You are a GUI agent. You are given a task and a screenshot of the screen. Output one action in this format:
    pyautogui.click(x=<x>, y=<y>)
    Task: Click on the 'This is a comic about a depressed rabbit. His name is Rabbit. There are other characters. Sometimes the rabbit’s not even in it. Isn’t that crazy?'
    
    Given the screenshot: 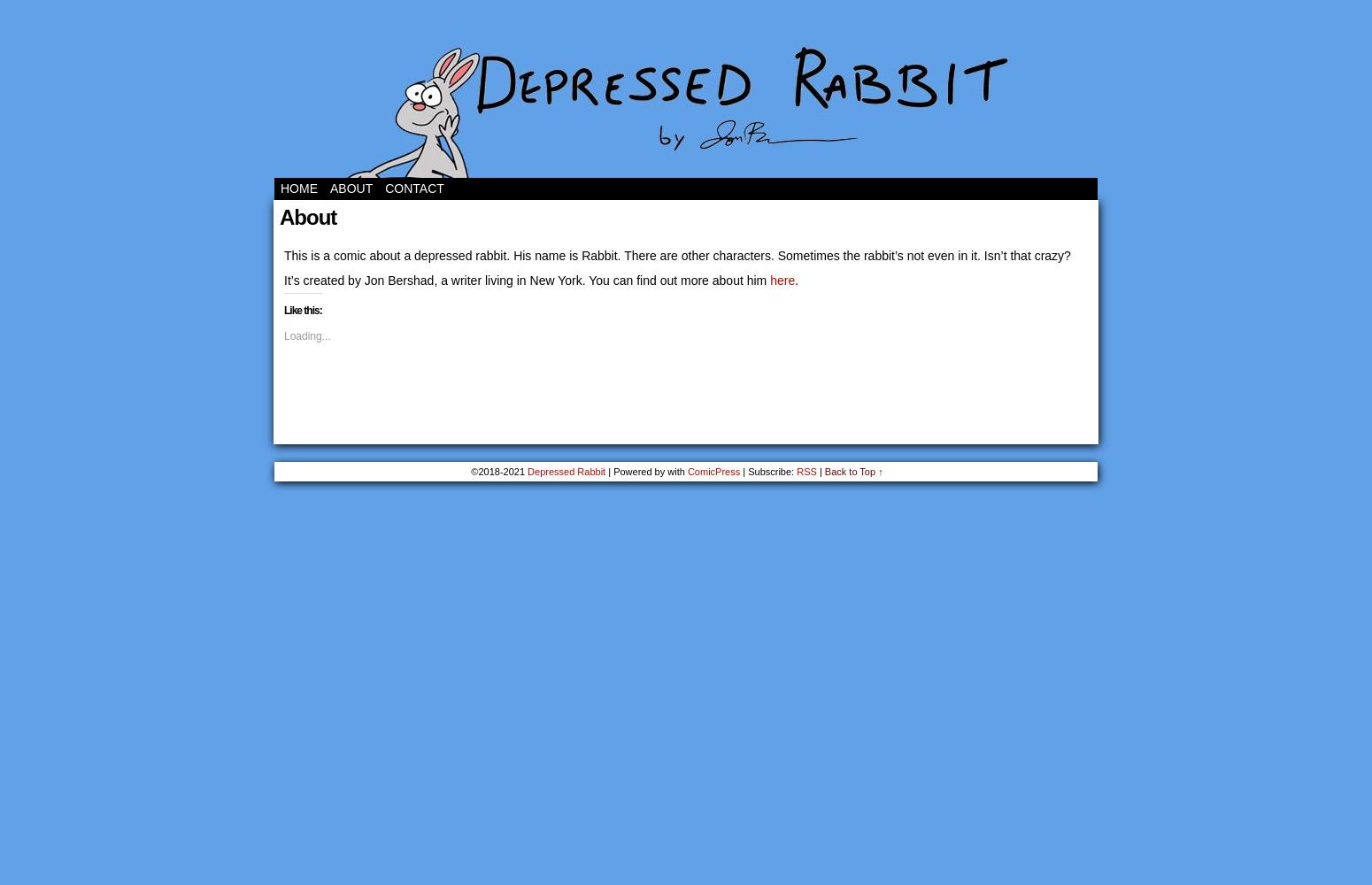 What is the action you would take?
    pyautogui.click(x=676, y=256)
    